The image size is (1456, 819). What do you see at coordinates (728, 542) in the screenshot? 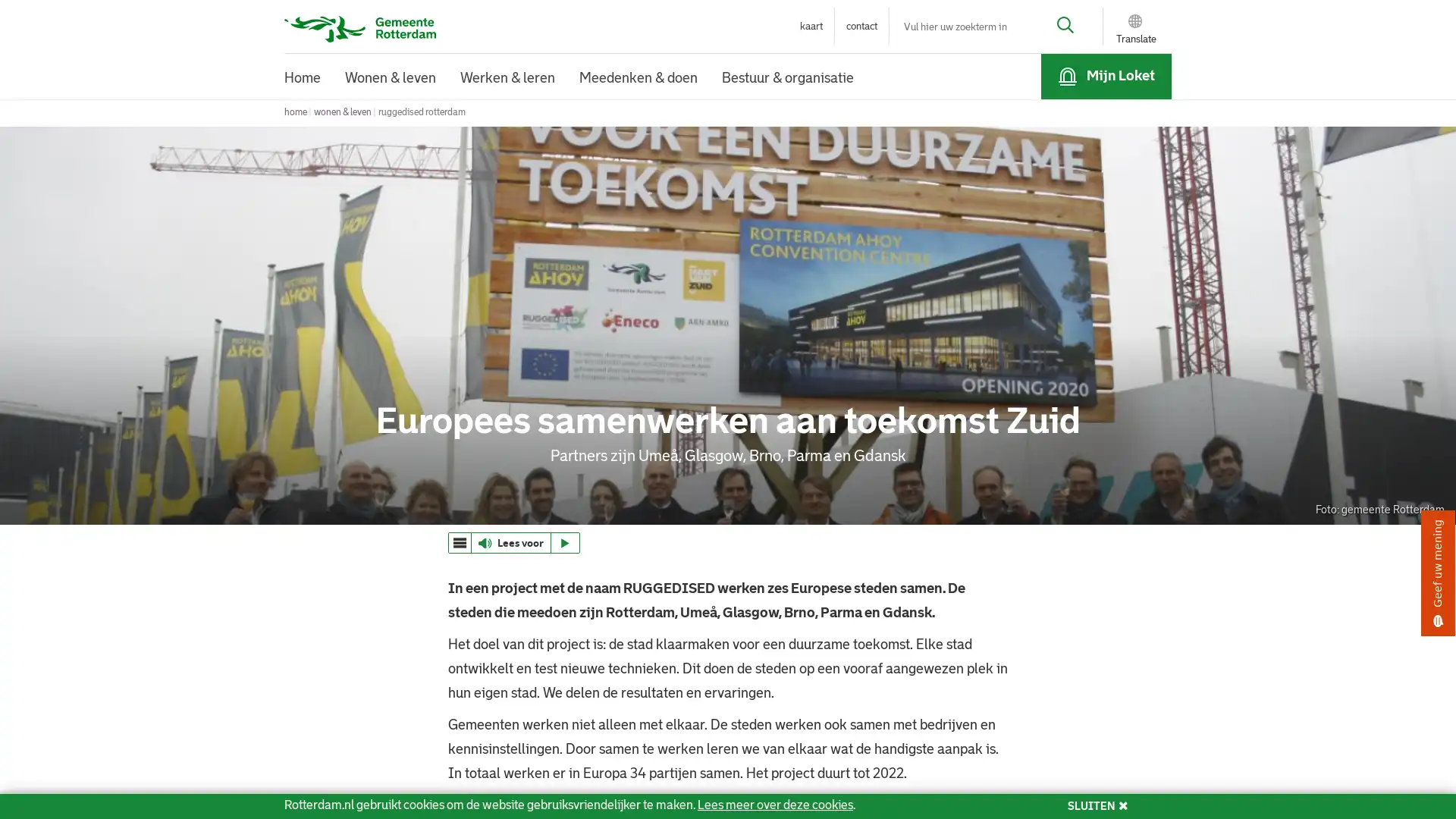
I see `webReader menu ReadSpeaker webReader: Luister met webReader` at bounding box center [728, 542].